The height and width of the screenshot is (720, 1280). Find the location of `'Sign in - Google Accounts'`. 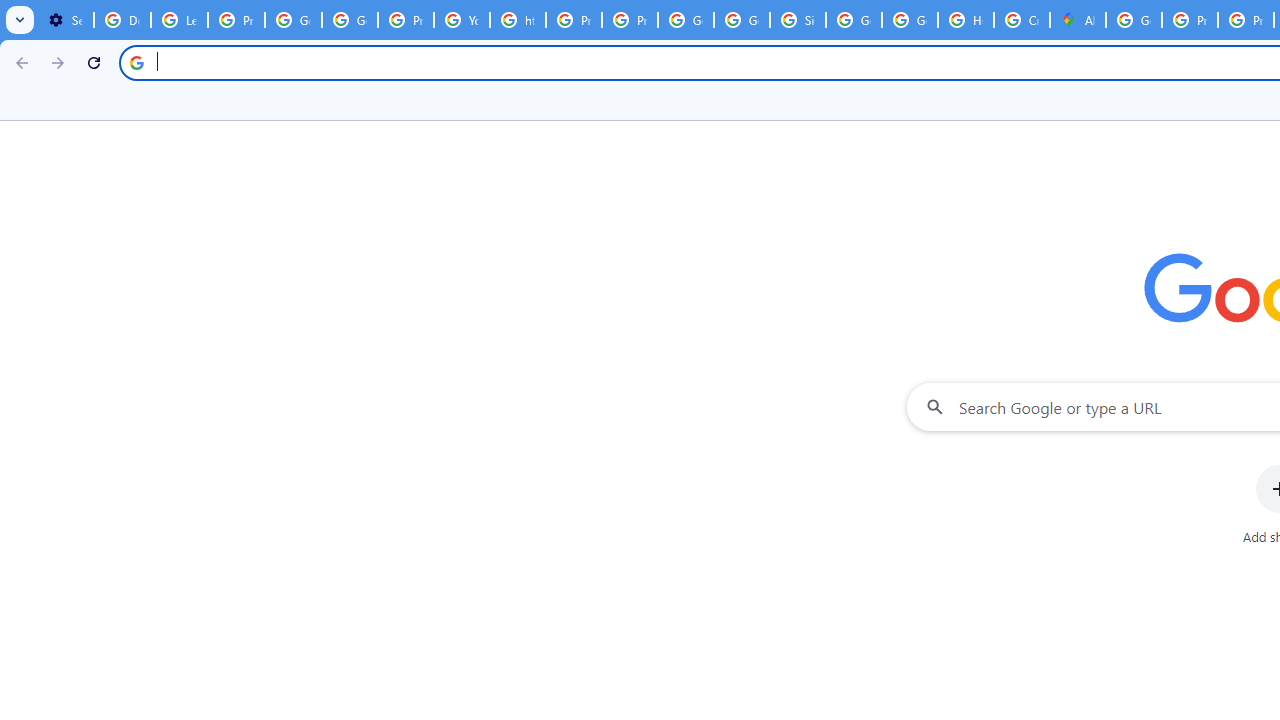

'Sign in - Google Accounts' is located at coordinates (797, 20).